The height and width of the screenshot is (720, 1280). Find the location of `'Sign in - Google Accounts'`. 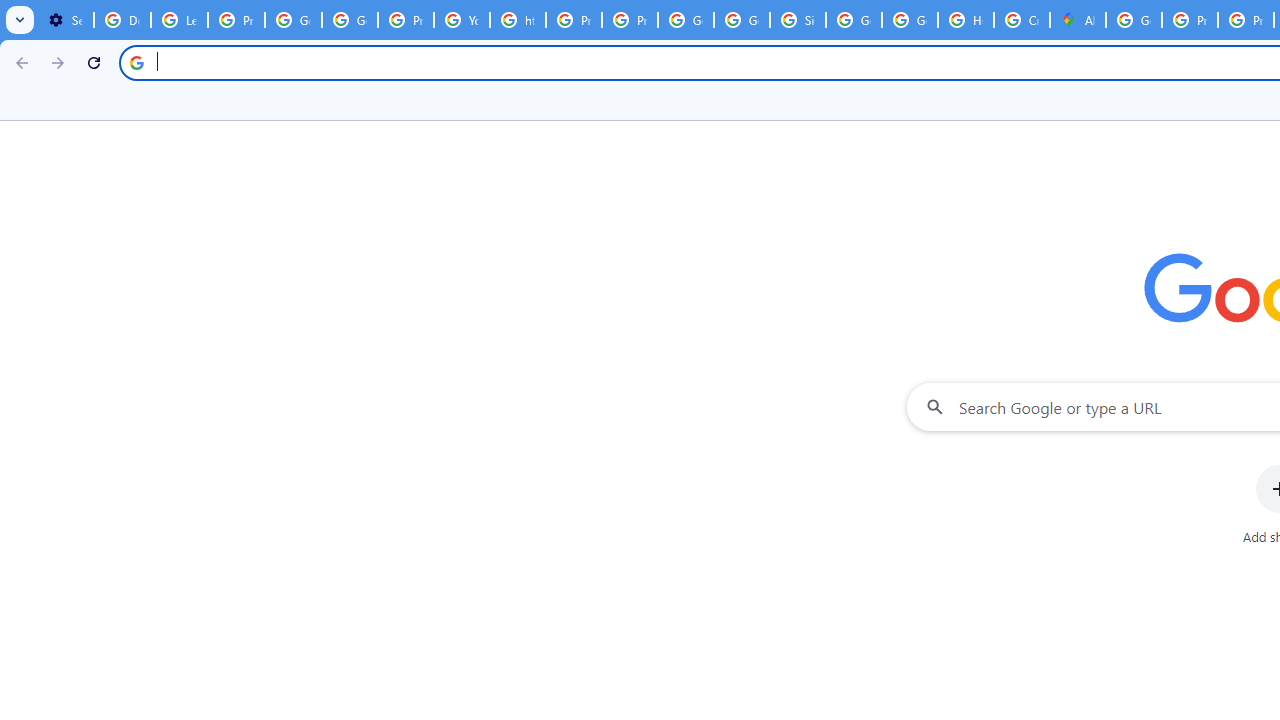

'Sign in - Google Accounts' is located at coordinates (797, 20).